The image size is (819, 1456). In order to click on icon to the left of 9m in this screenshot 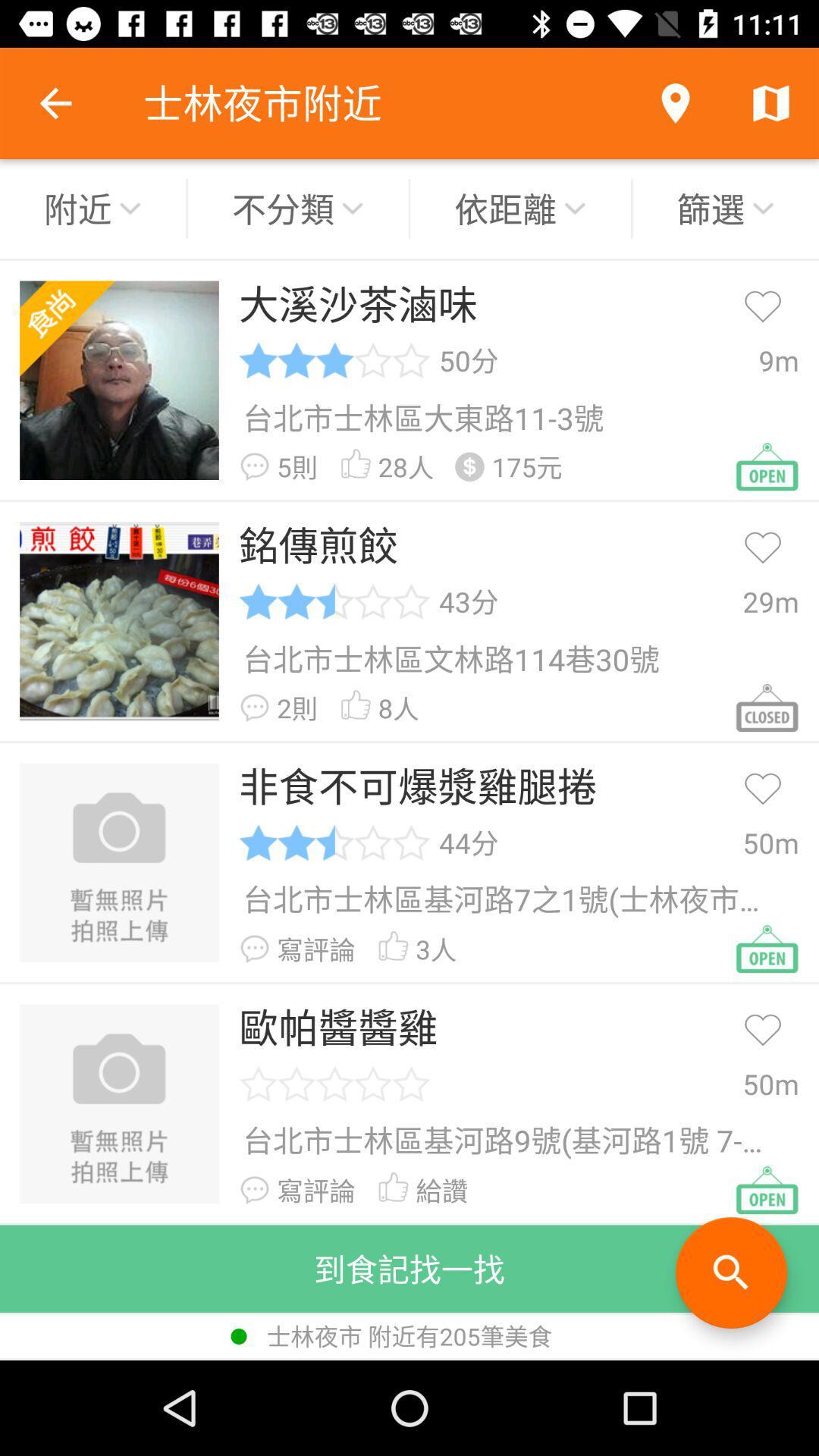, I will do `click(468, 359)`.